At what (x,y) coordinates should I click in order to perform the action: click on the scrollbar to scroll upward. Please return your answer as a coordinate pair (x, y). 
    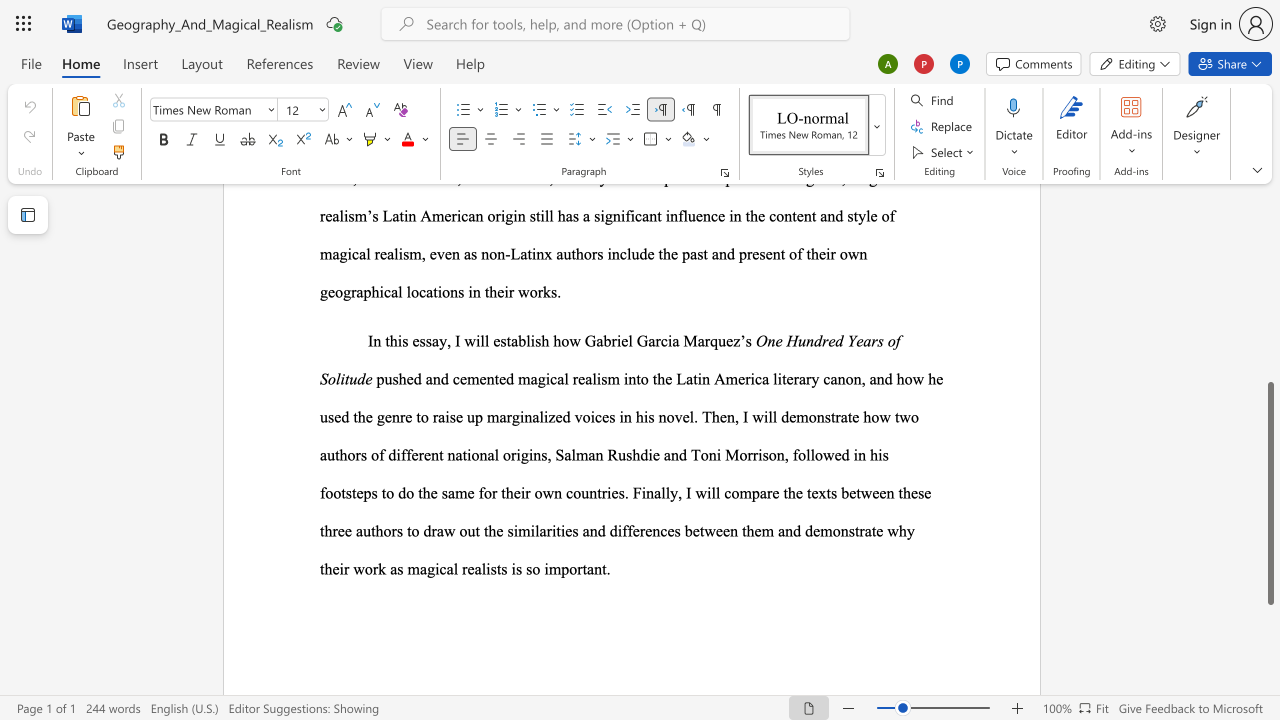
    Looking at the image, I should click on (1269, 300).